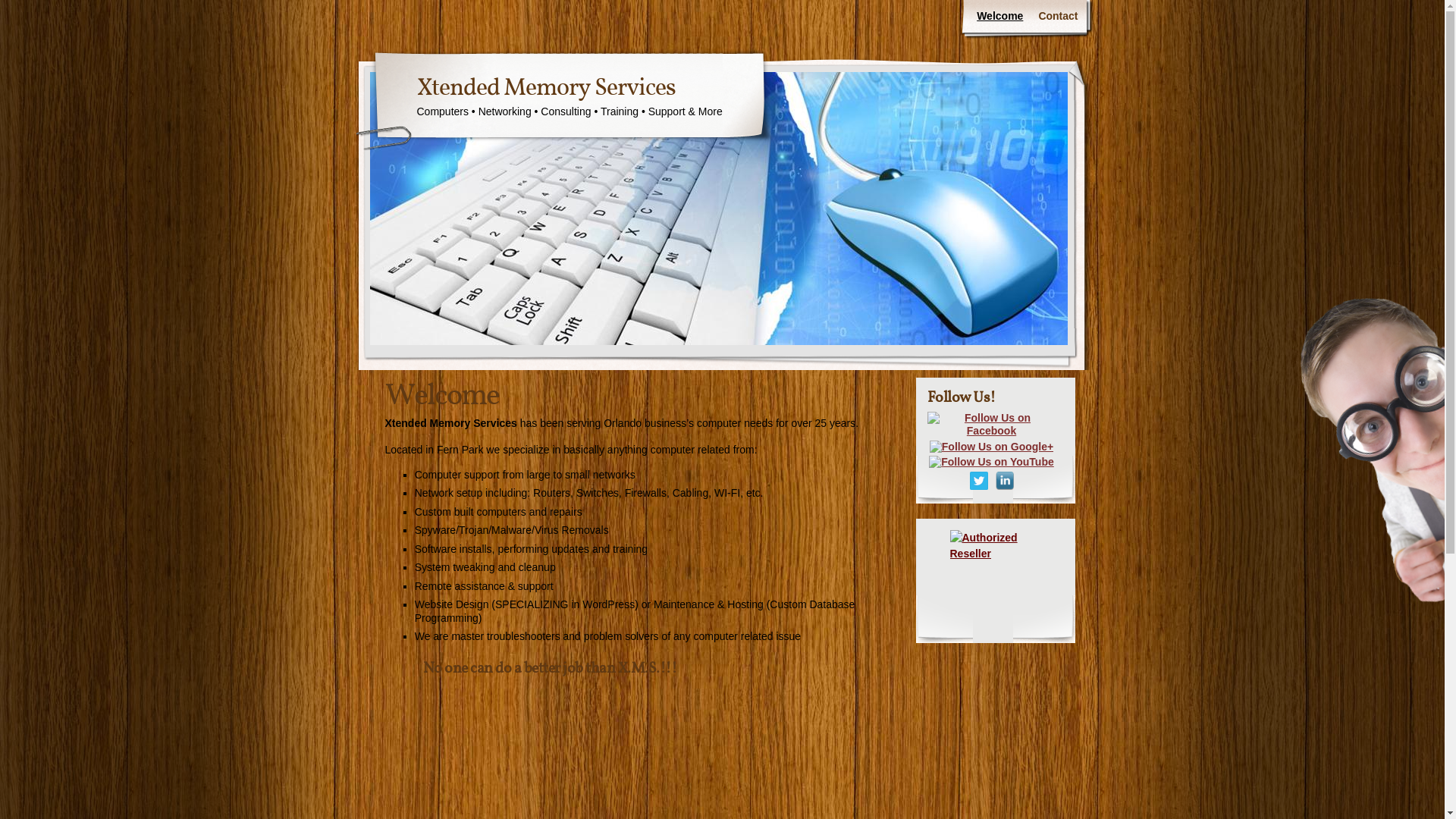 This screenshot has height=819, width=1456. What do you see at coordinates (1004, 480) in the screenshot?
I see `'Follow Us on LinkedIn'` at bounding box center [1004, 480].